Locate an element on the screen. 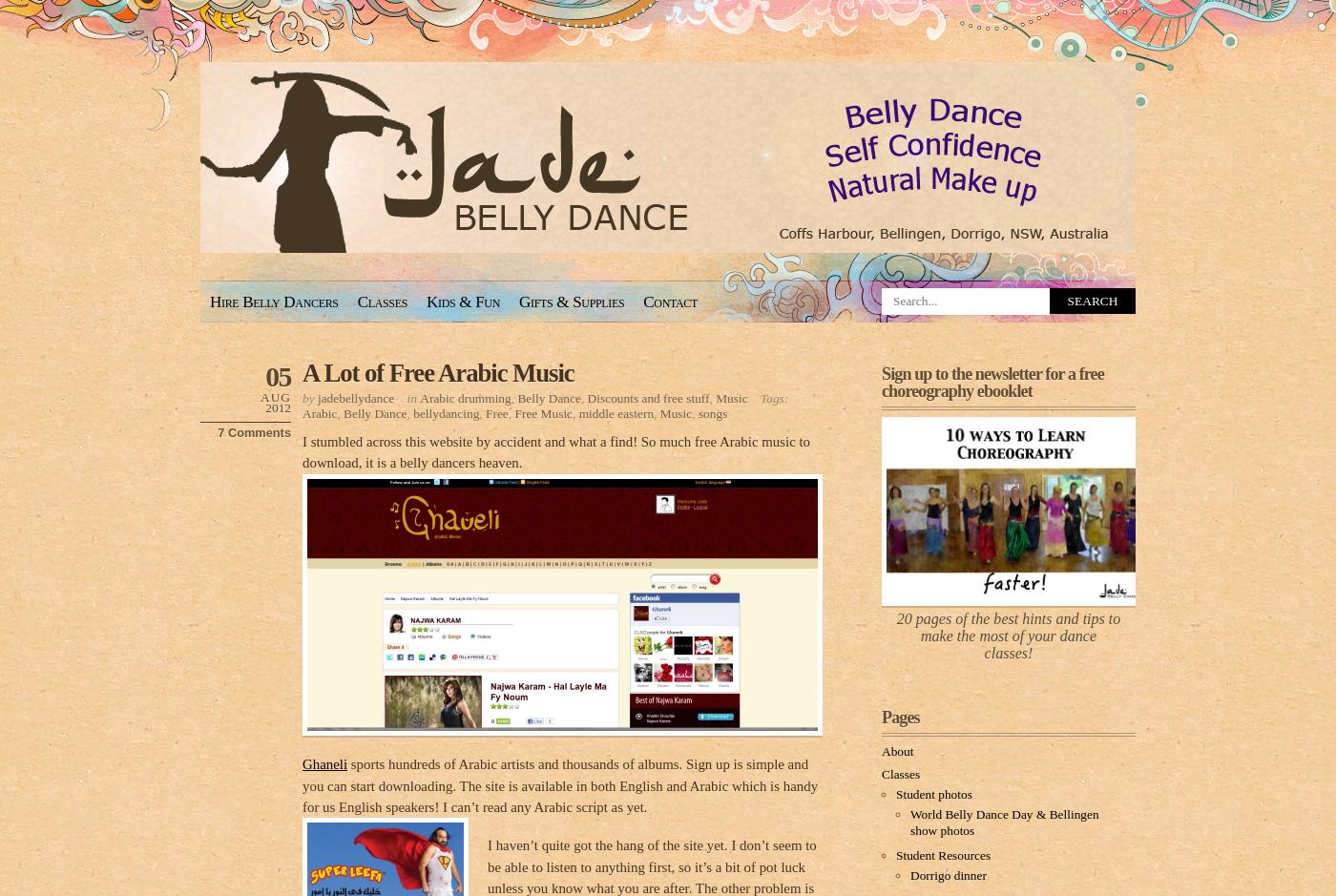 The image size is (1336, 896). 'Free' is located at coordinates (496, 411).